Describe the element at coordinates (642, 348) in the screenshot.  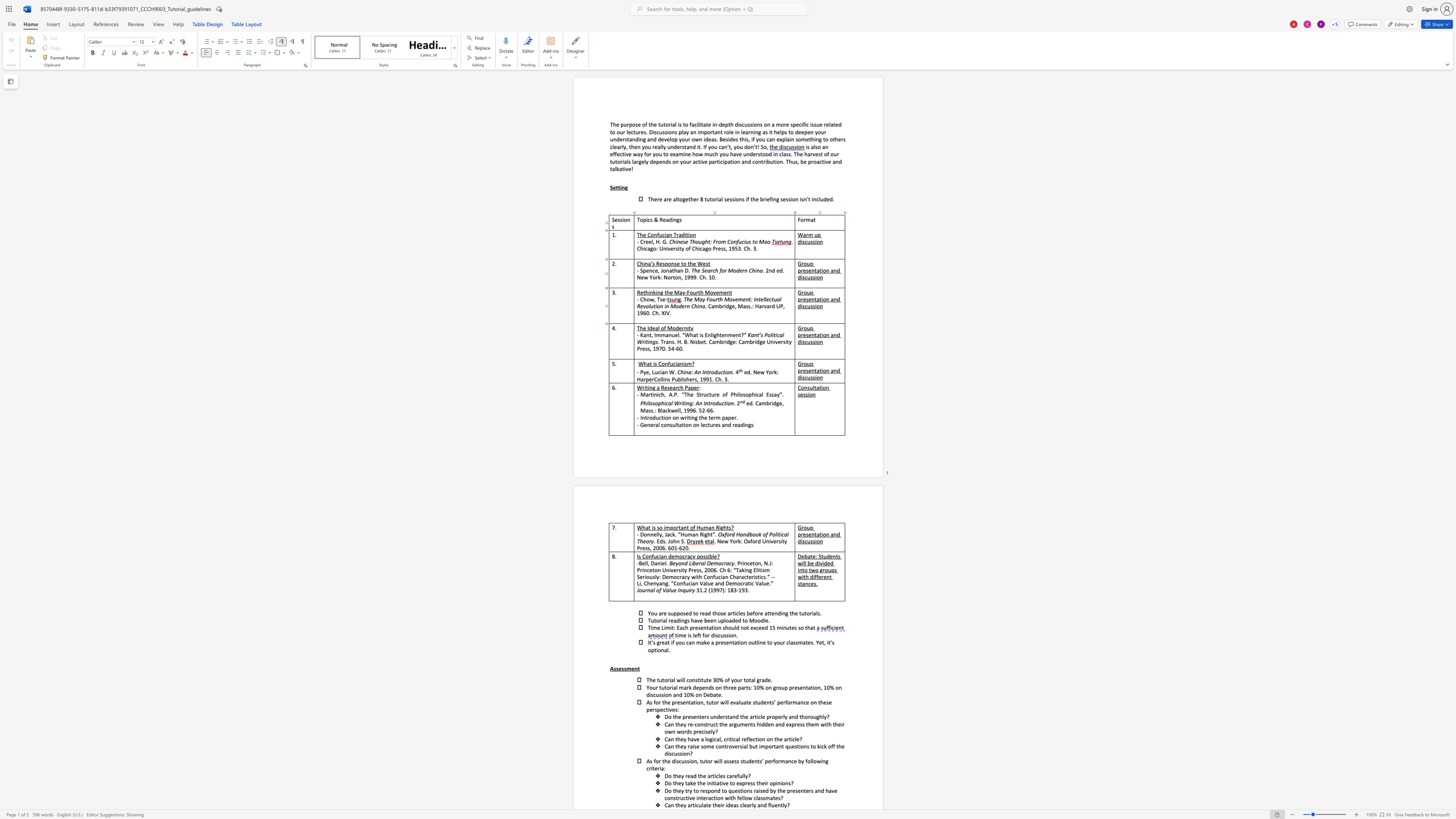
I see `the space between the continuous character "r" and "e" in the text` at that location.